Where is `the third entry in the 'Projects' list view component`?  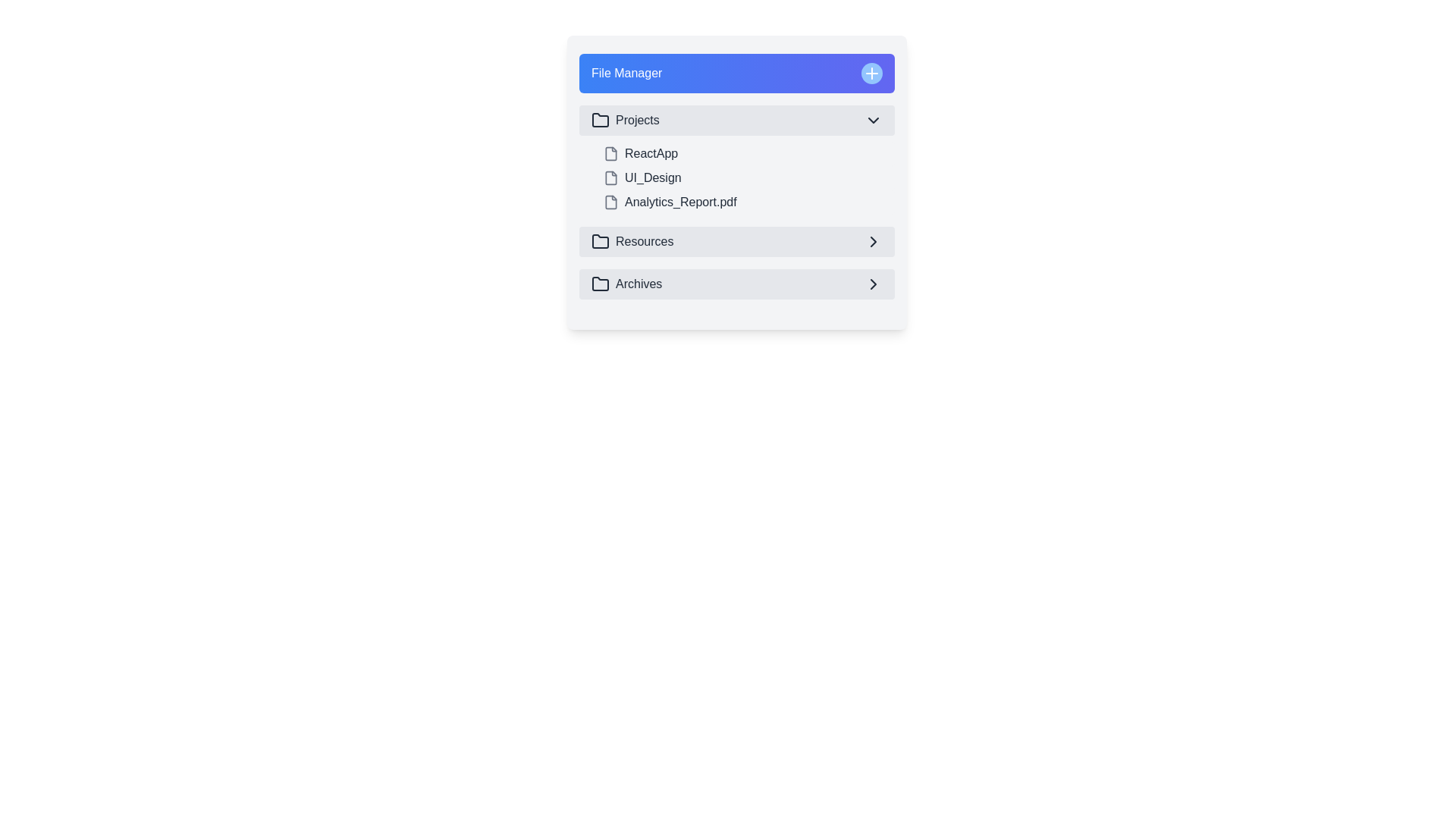
the third entry in the 'Projects' list view component is located at coordinates (736, 201).